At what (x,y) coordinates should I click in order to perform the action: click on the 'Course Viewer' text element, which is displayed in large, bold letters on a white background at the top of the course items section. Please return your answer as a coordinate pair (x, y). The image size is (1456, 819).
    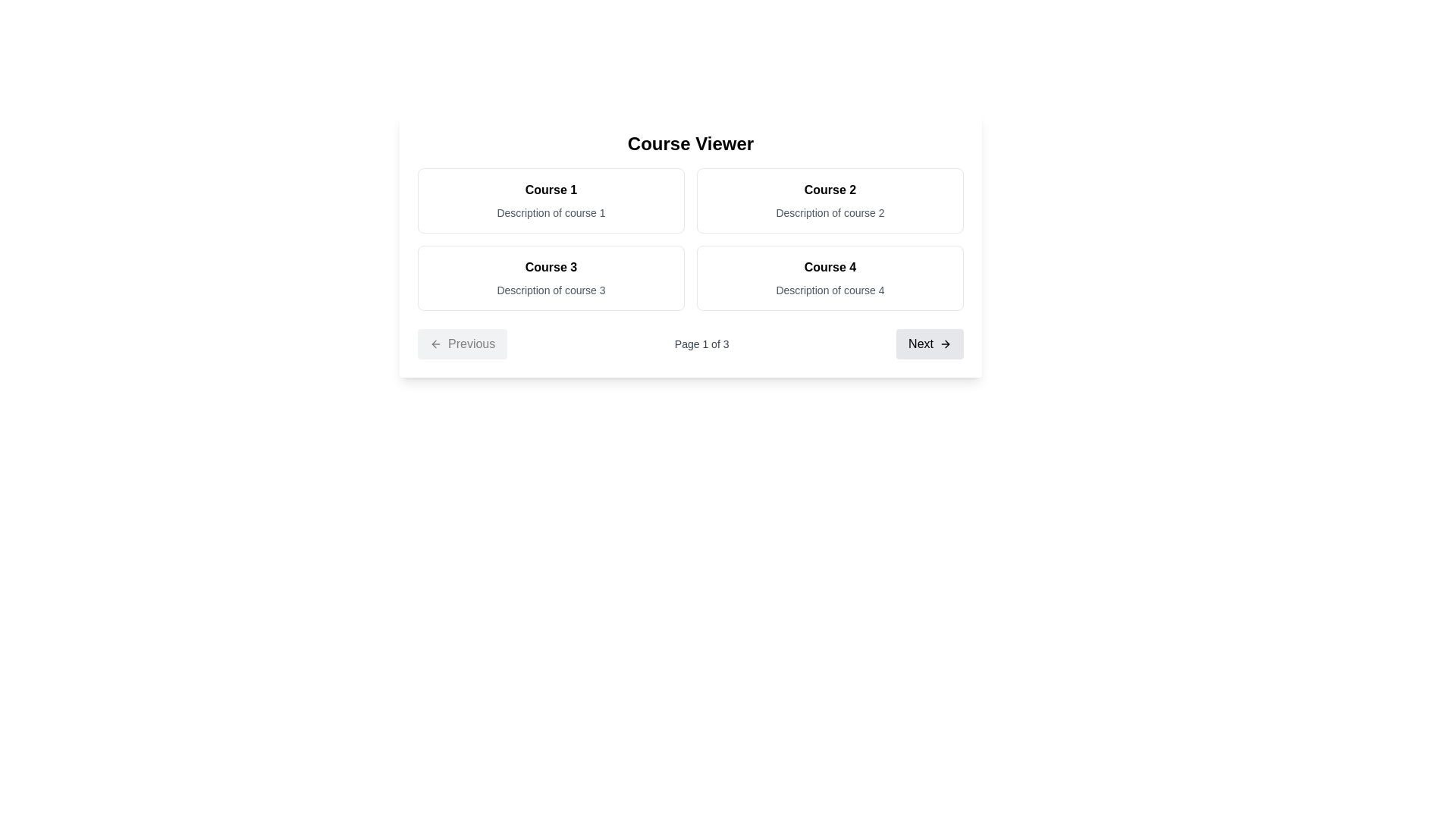
    Looking at the image, I should click on (690, 143).